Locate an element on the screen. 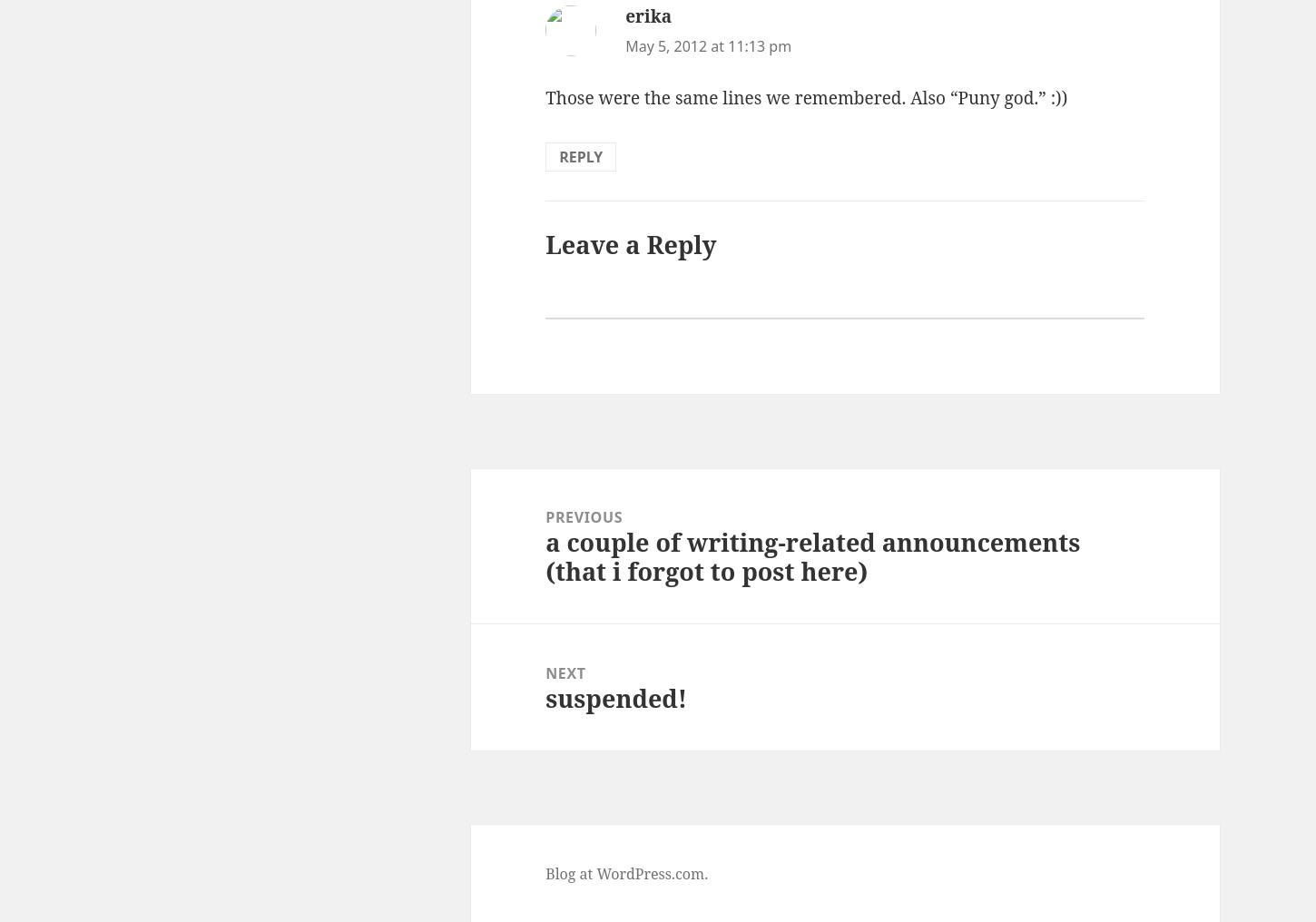 This screenshot has width=1316, height=922. 'Next' is located at coordinates (565, 672).